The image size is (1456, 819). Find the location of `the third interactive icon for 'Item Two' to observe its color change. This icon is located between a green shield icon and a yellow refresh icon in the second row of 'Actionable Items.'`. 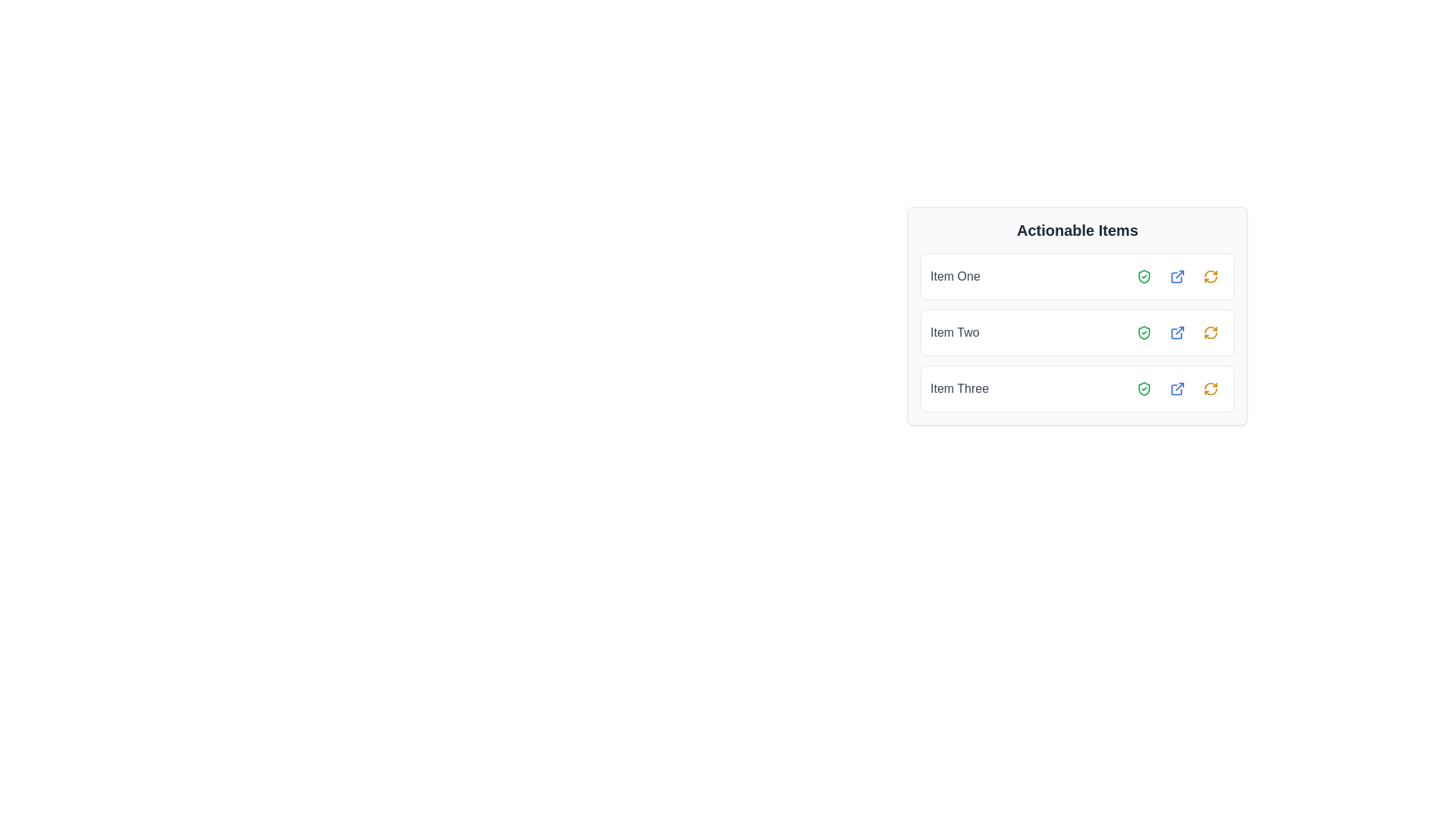

the third interactive icon for 'Item Two' to observe its color change. This icon is located between a green shield icon and a yellow refresh icon in the second row of 'Actionable Items.' is located at coordinates (1177, 332).